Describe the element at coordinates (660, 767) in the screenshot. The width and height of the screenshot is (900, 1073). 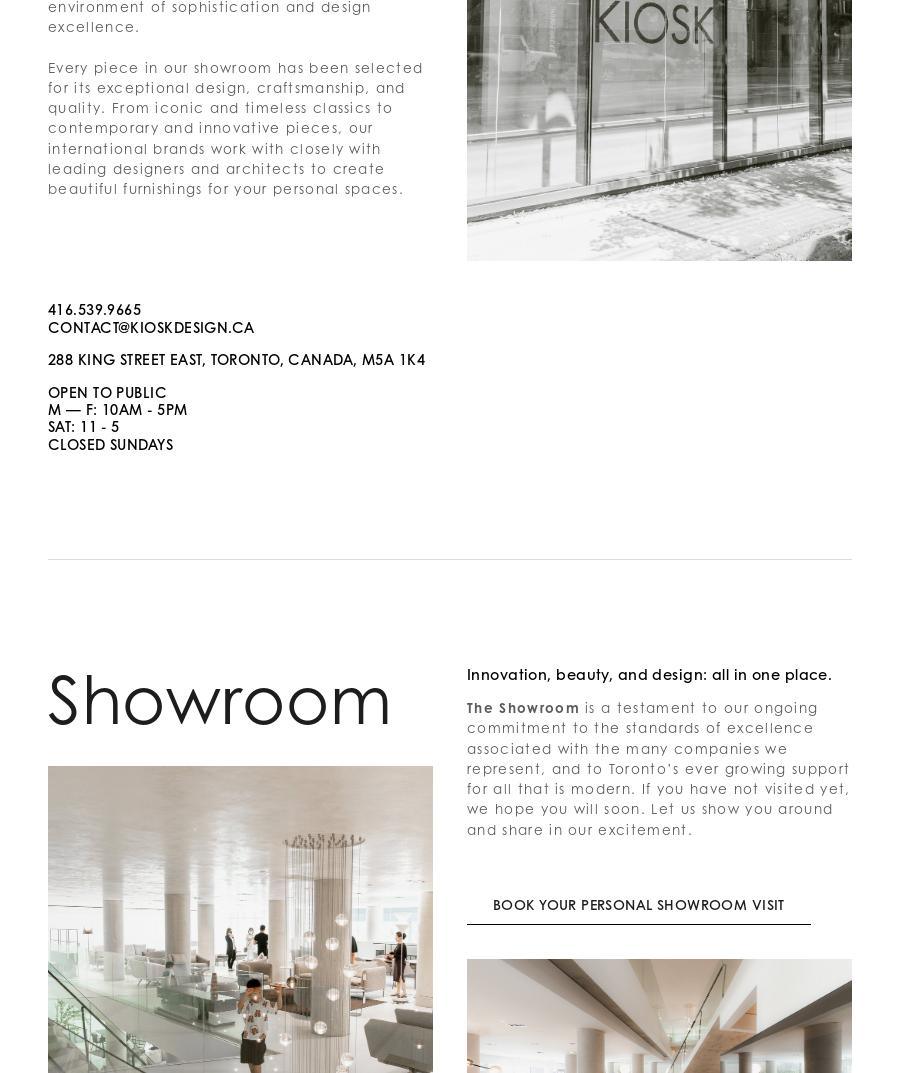
I see `'is a testament to our ongoing commitment to the standards of excellence associated with the many companies we represent, and to Toronto’s ever growing support for all that is modern. If you have not visited yet, we hope you will soon. Let us show you around and share in our excitement.'` at that location.